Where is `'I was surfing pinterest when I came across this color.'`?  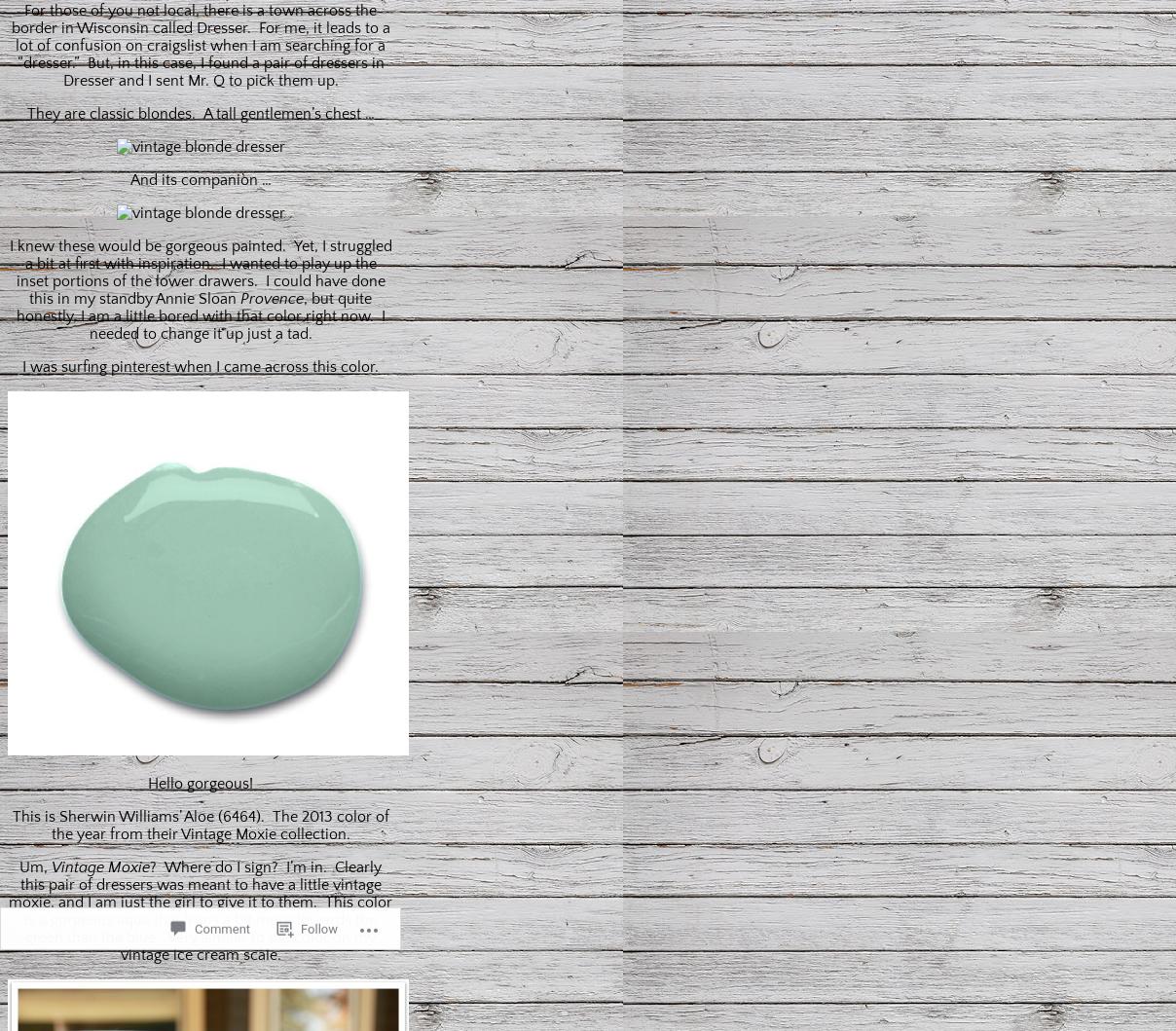
'I was surfing pinterest when I came across this color.' is located at coordinates (200, 365).